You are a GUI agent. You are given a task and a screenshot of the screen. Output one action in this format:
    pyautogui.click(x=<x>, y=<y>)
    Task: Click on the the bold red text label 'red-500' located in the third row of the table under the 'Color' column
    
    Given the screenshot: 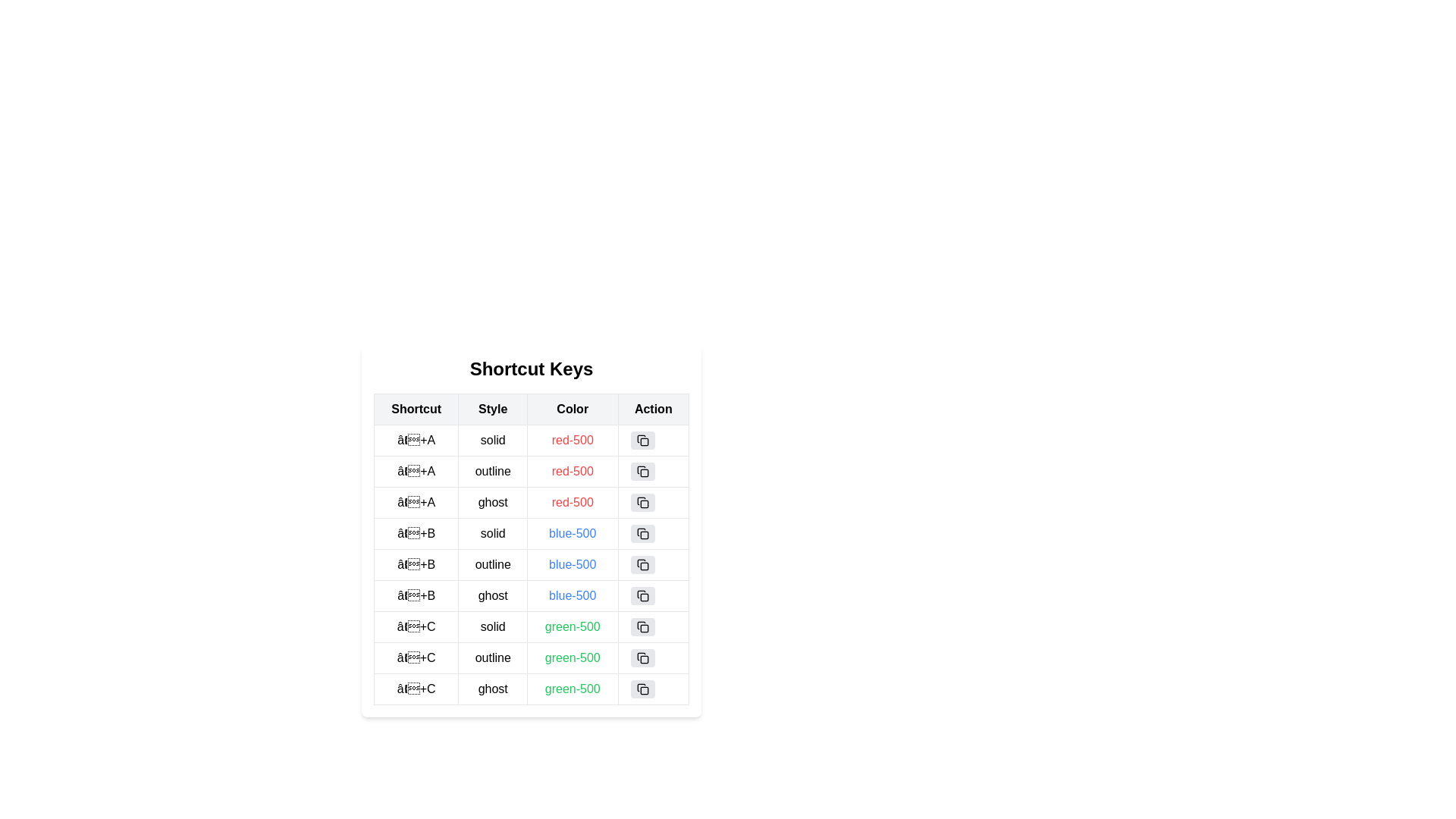 What is the action you would take?
    pyautogui.click(x=572, y=503)
    